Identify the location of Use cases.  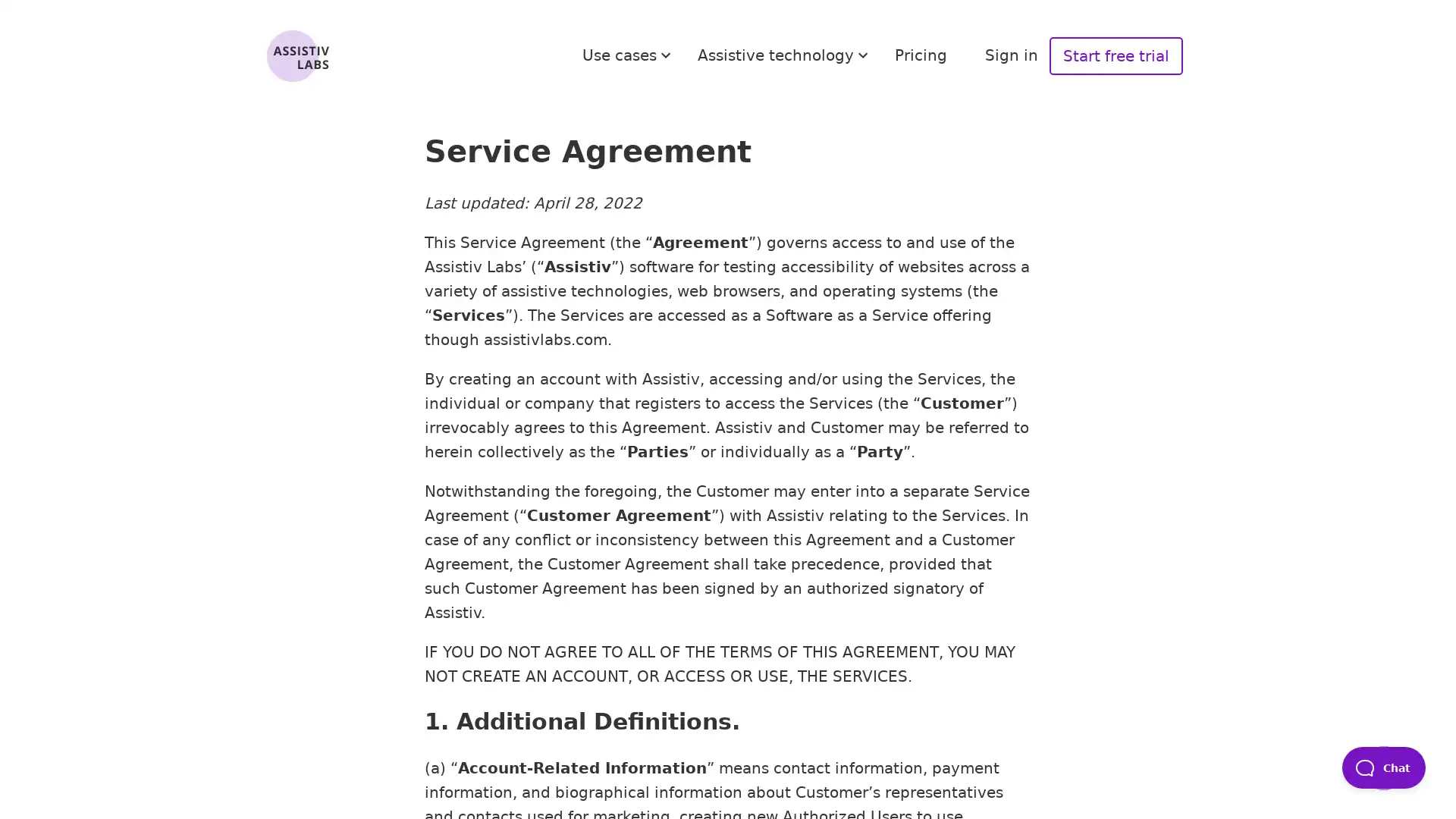
(629, 55).